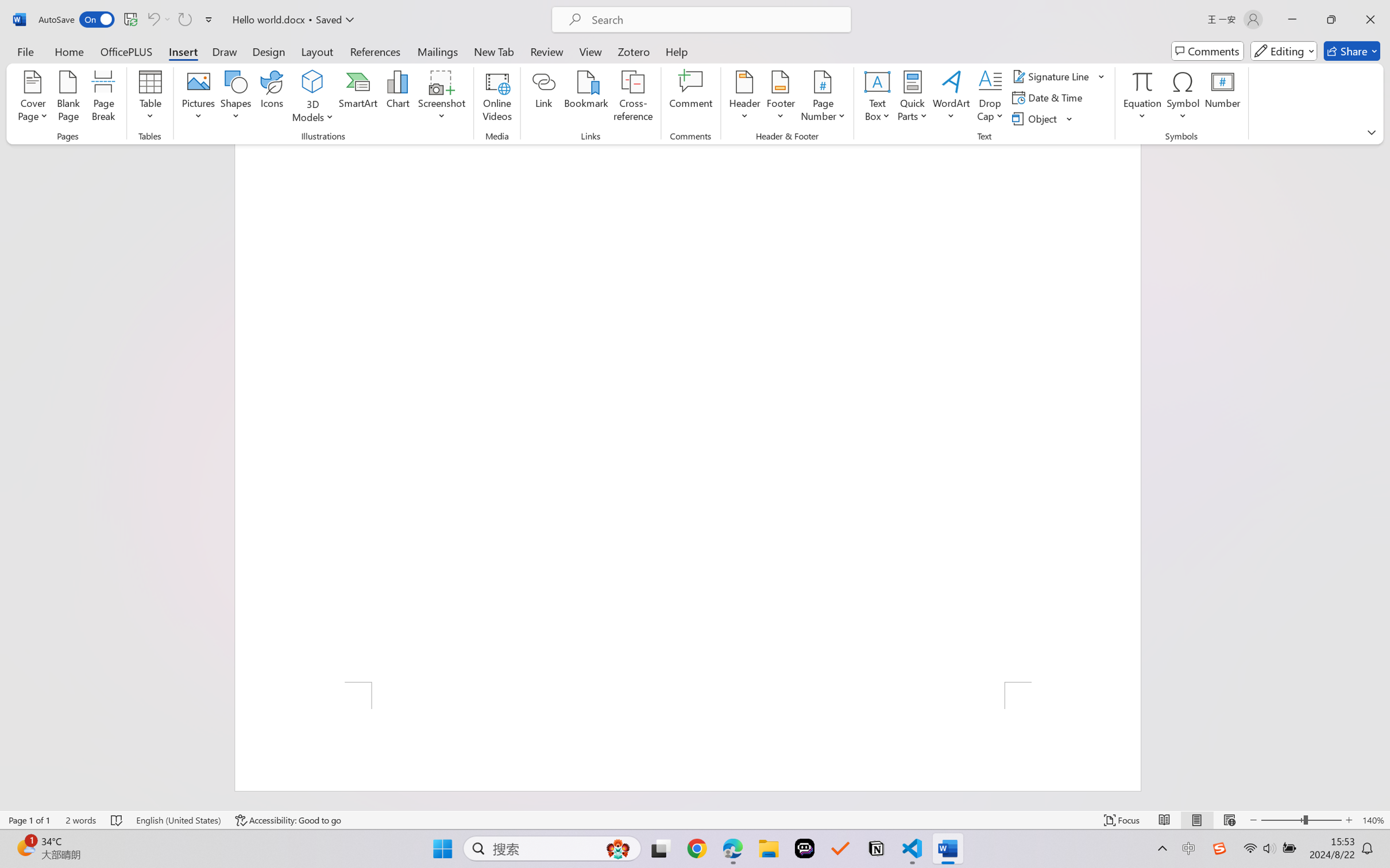  I want to click on 'Print Layout', so click(1196, 820).